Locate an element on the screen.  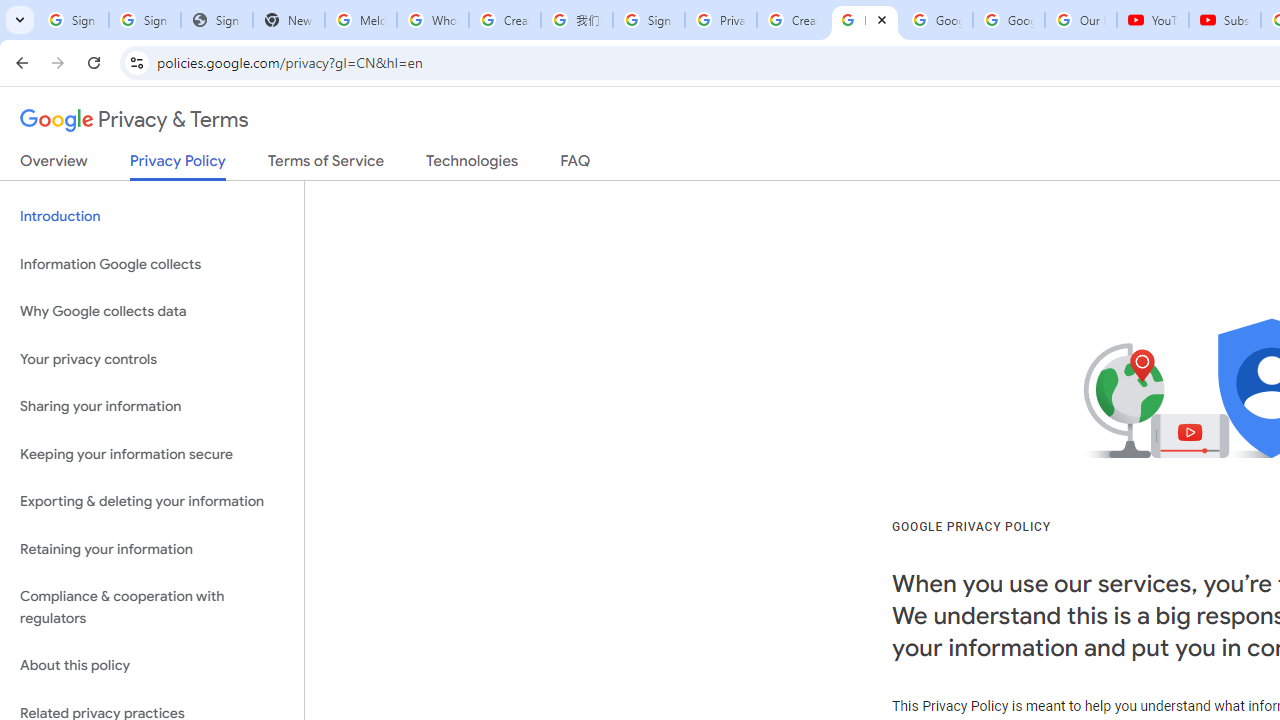
'Retaining your information' is located at coordinates (151, 549).